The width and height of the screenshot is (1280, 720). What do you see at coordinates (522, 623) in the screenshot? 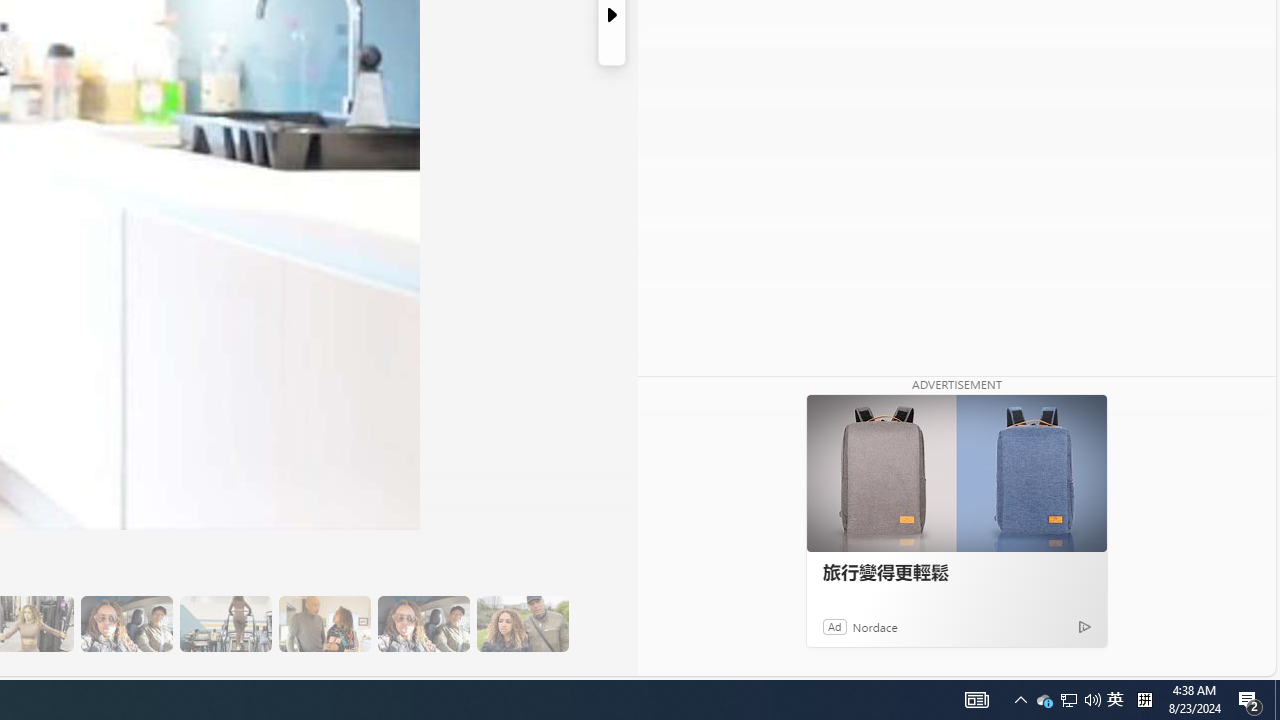
I see `'20 Overall, It Will Improve Your Health'` at bounding box center [522, 623].